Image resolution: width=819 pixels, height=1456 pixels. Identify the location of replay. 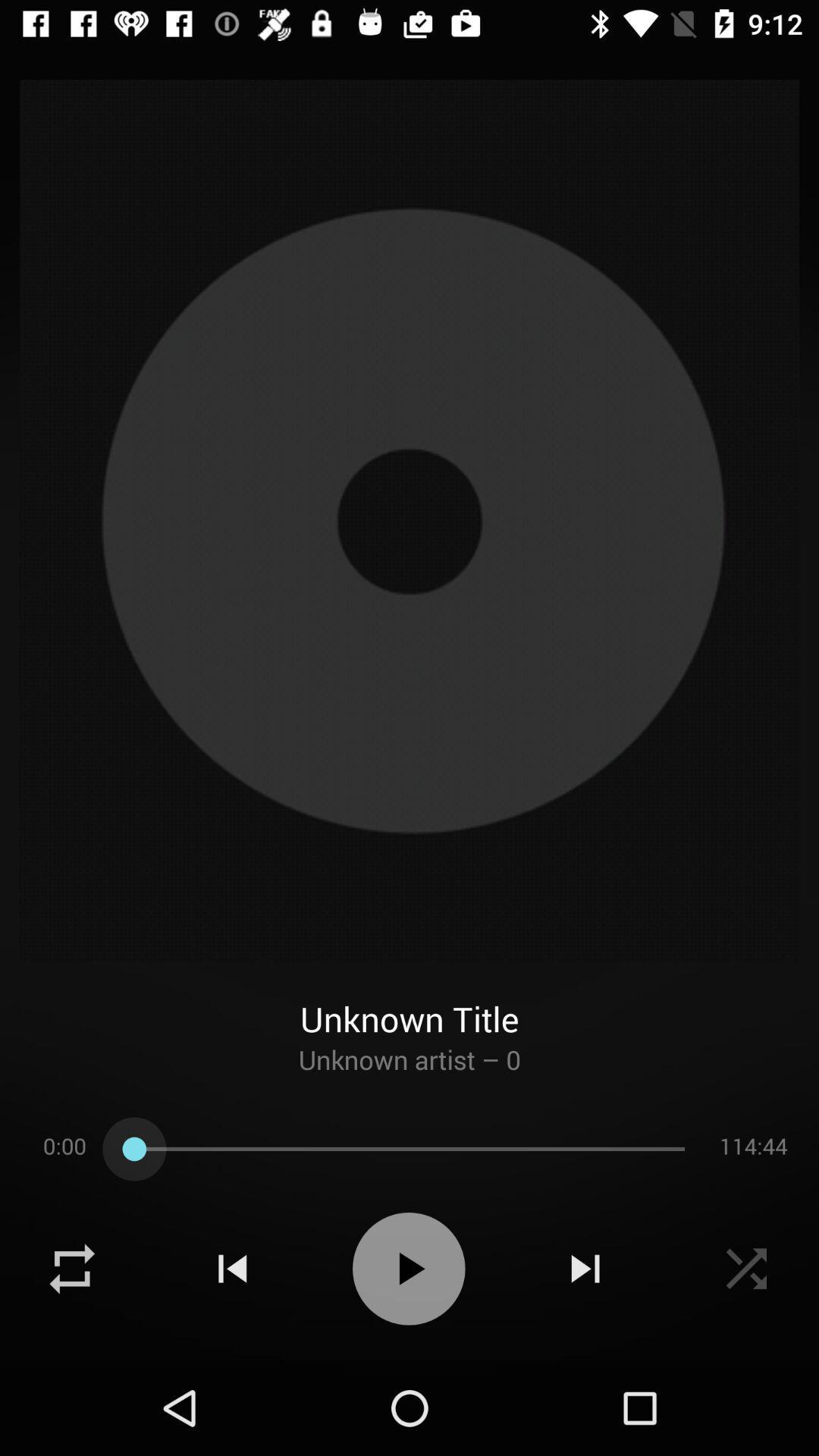
(72, 1269).